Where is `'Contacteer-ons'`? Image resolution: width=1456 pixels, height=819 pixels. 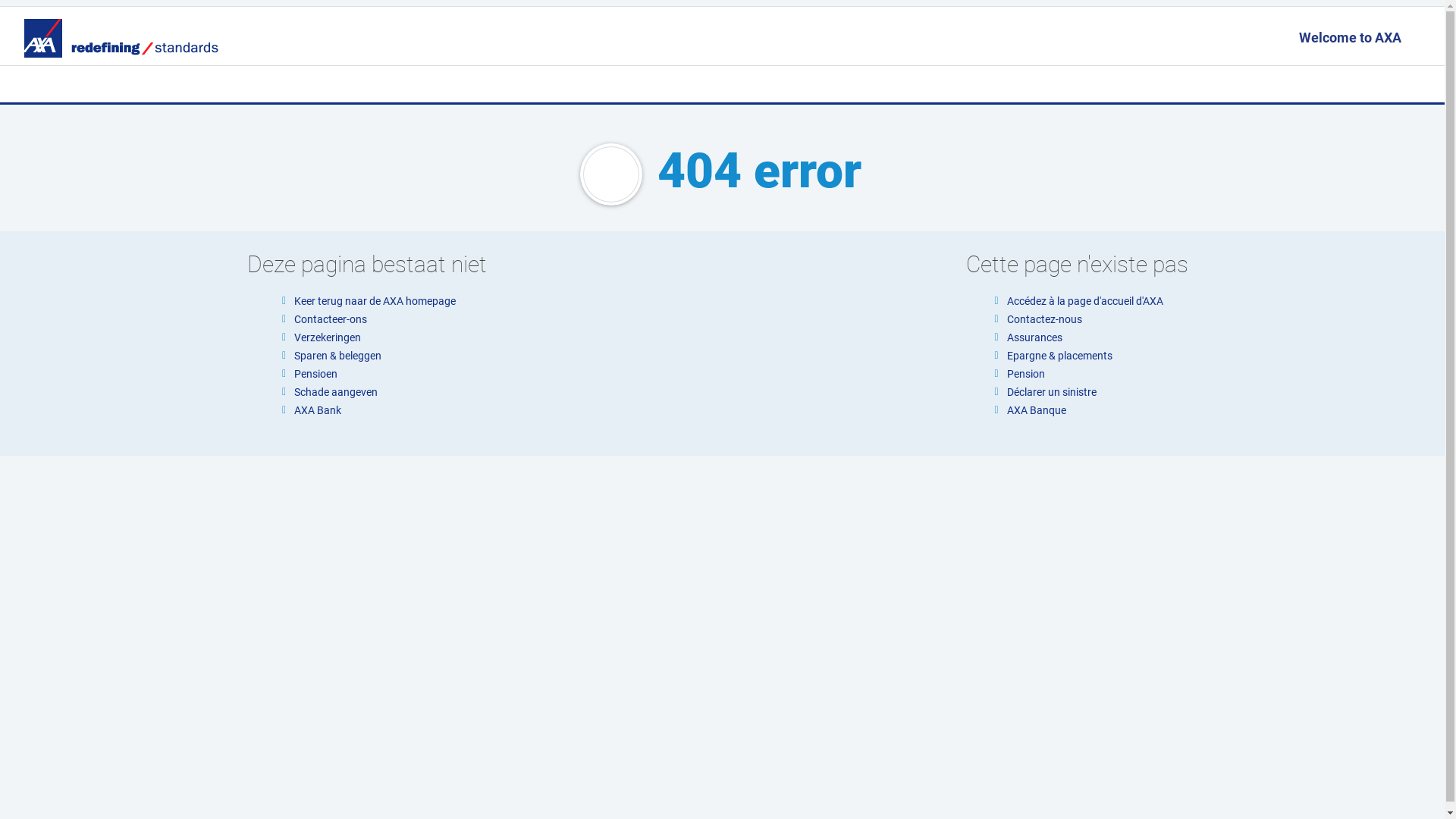
'Contacteer-ons' is located at coordinates (330, 318).